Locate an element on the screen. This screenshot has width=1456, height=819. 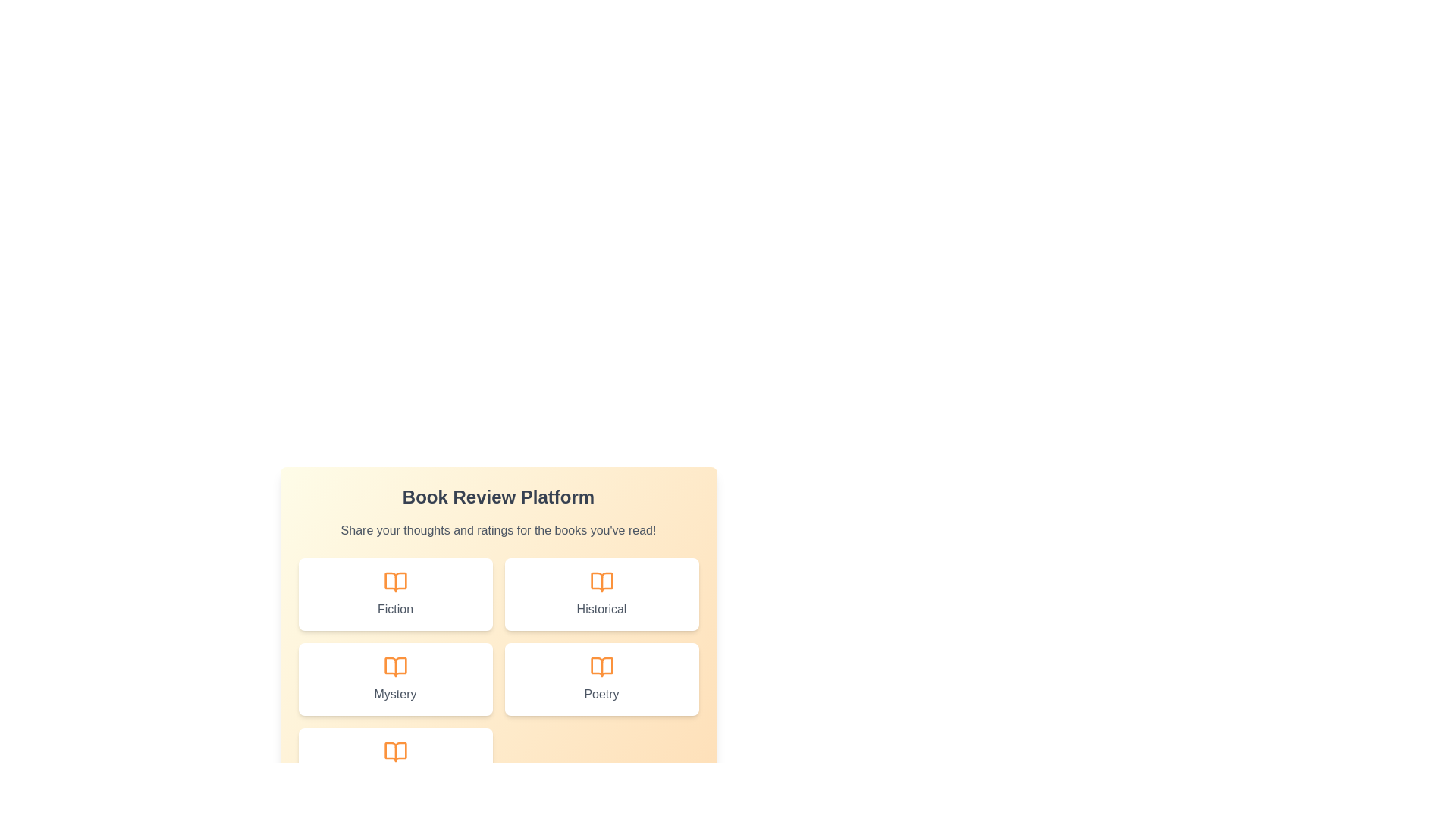
the orange book-shaped icon labeled 'Poetry' is located at coordinates (601, 666).